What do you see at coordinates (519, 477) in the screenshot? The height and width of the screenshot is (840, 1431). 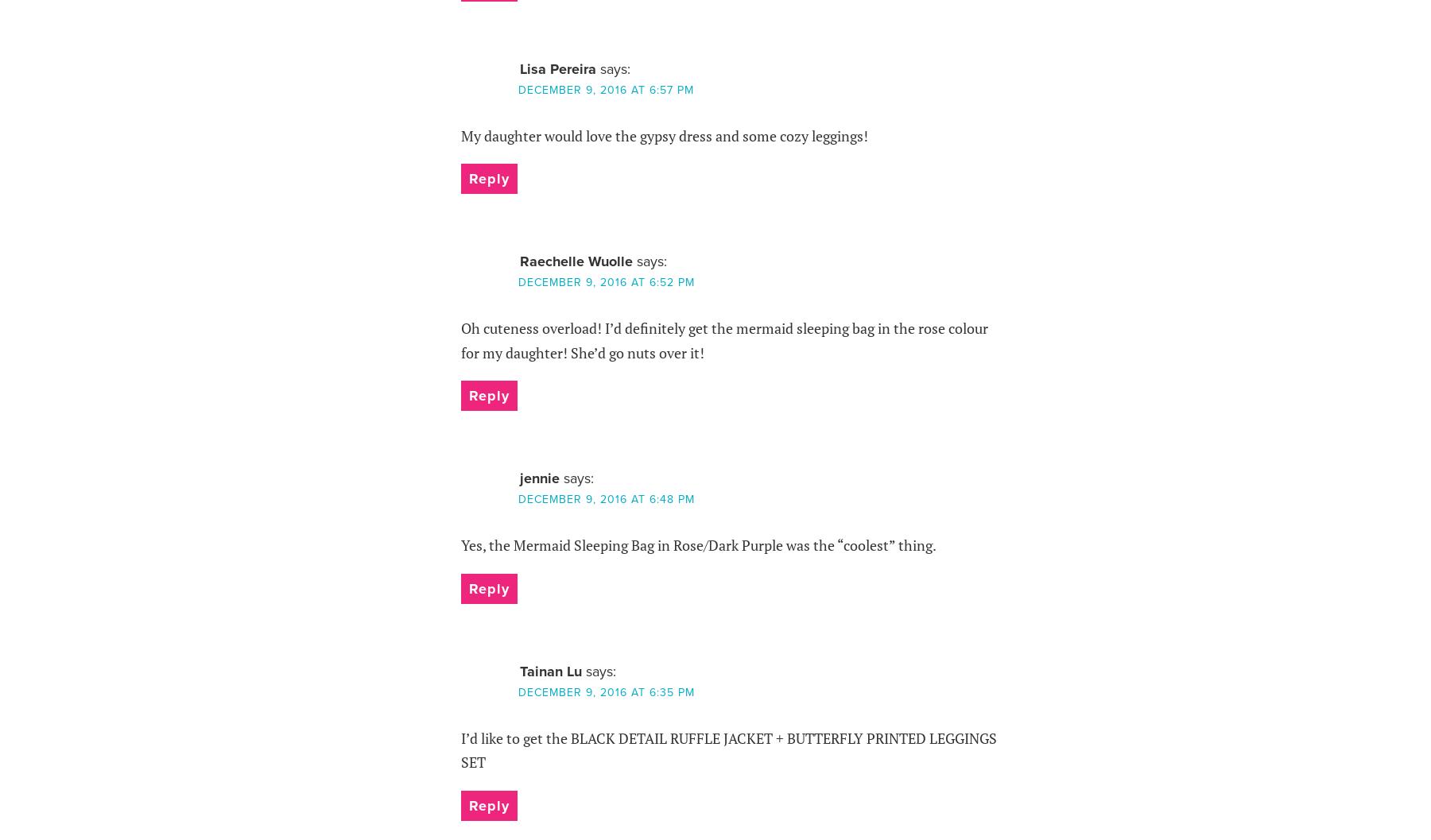 I see `'jennie'` at bounding box center [519, 477].